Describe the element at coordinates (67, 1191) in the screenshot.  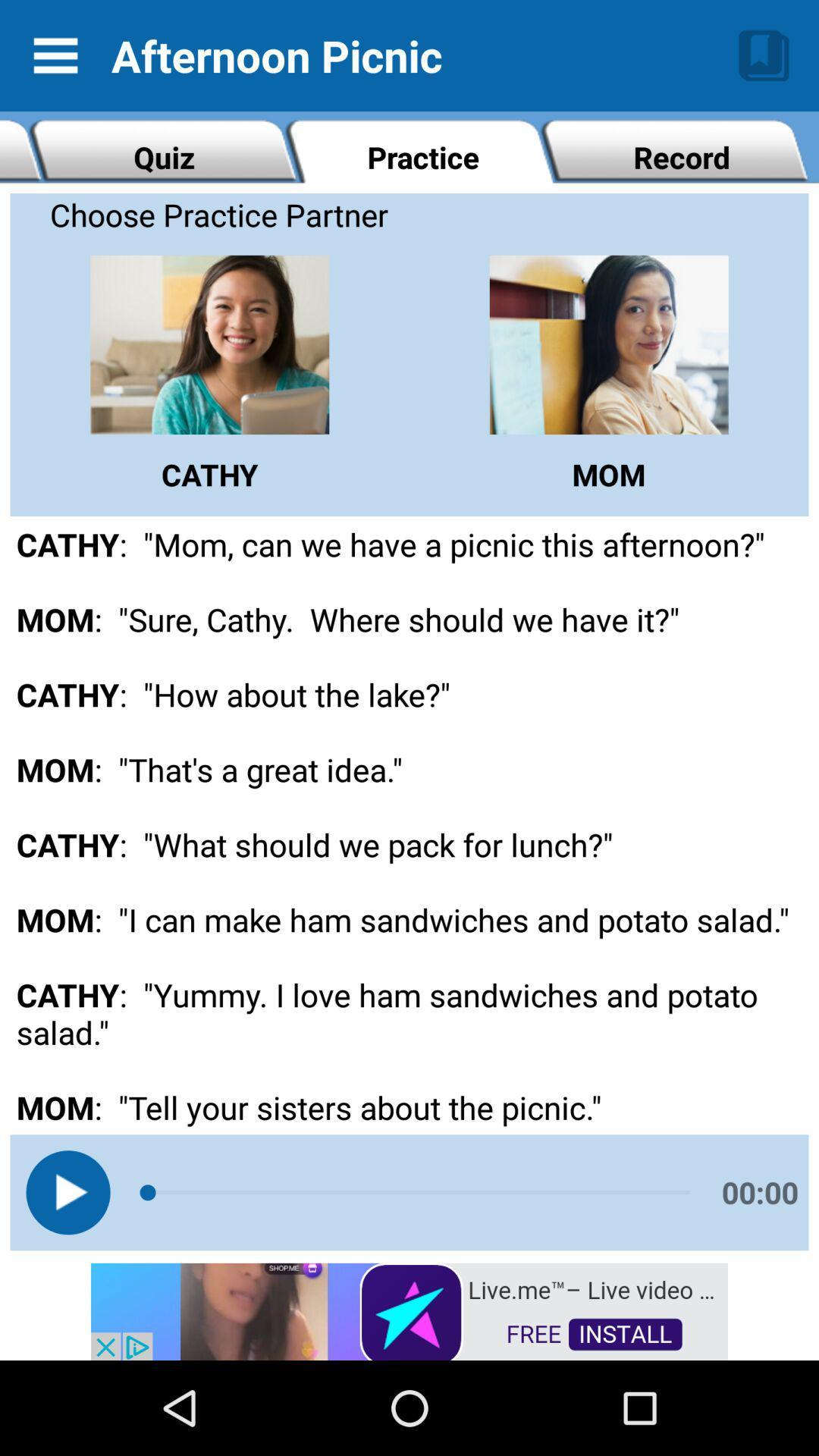
I see `this` at that location.